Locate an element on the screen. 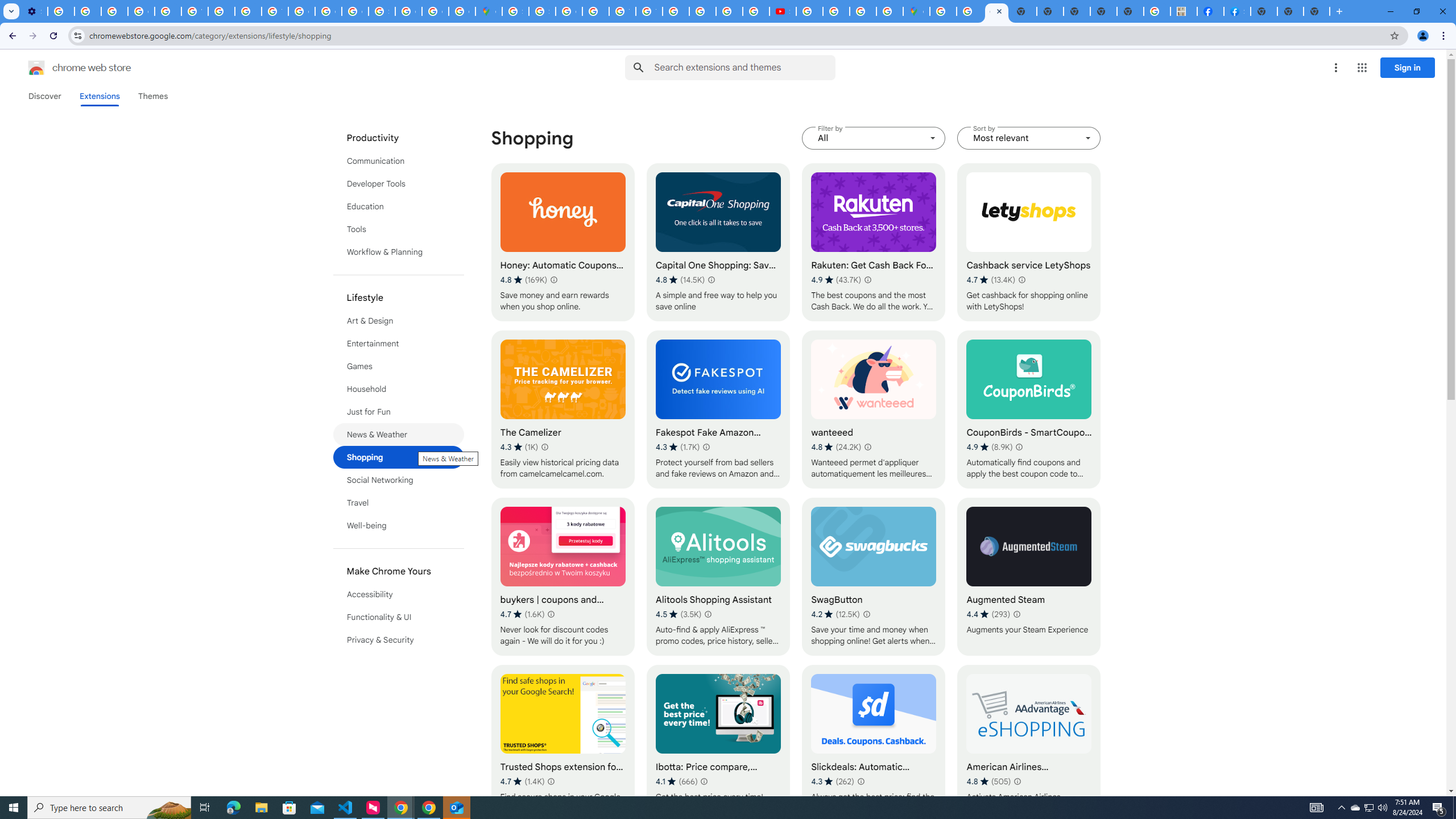 This screenshot has height=819, width=1456. 'Functionality & UI' is located at coordinates (399, 617).